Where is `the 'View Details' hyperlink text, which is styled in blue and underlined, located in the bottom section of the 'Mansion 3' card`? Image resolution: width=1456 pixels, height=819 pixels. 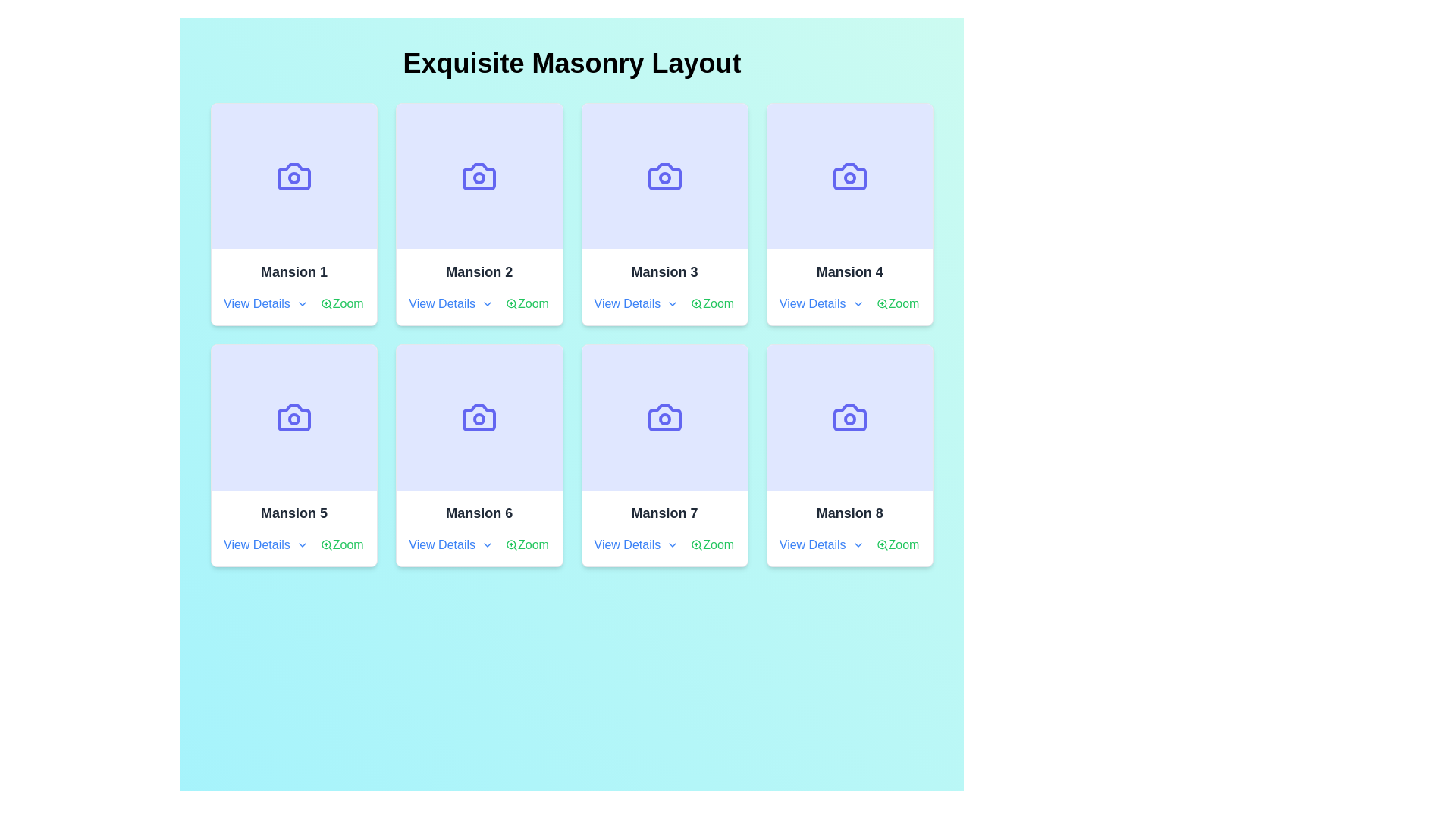
the 'View Details' hyperlink text, which is styled in blue and underlined, located in the bottom section of the 'Mansion 3' card is located at coordinates (636, 304).